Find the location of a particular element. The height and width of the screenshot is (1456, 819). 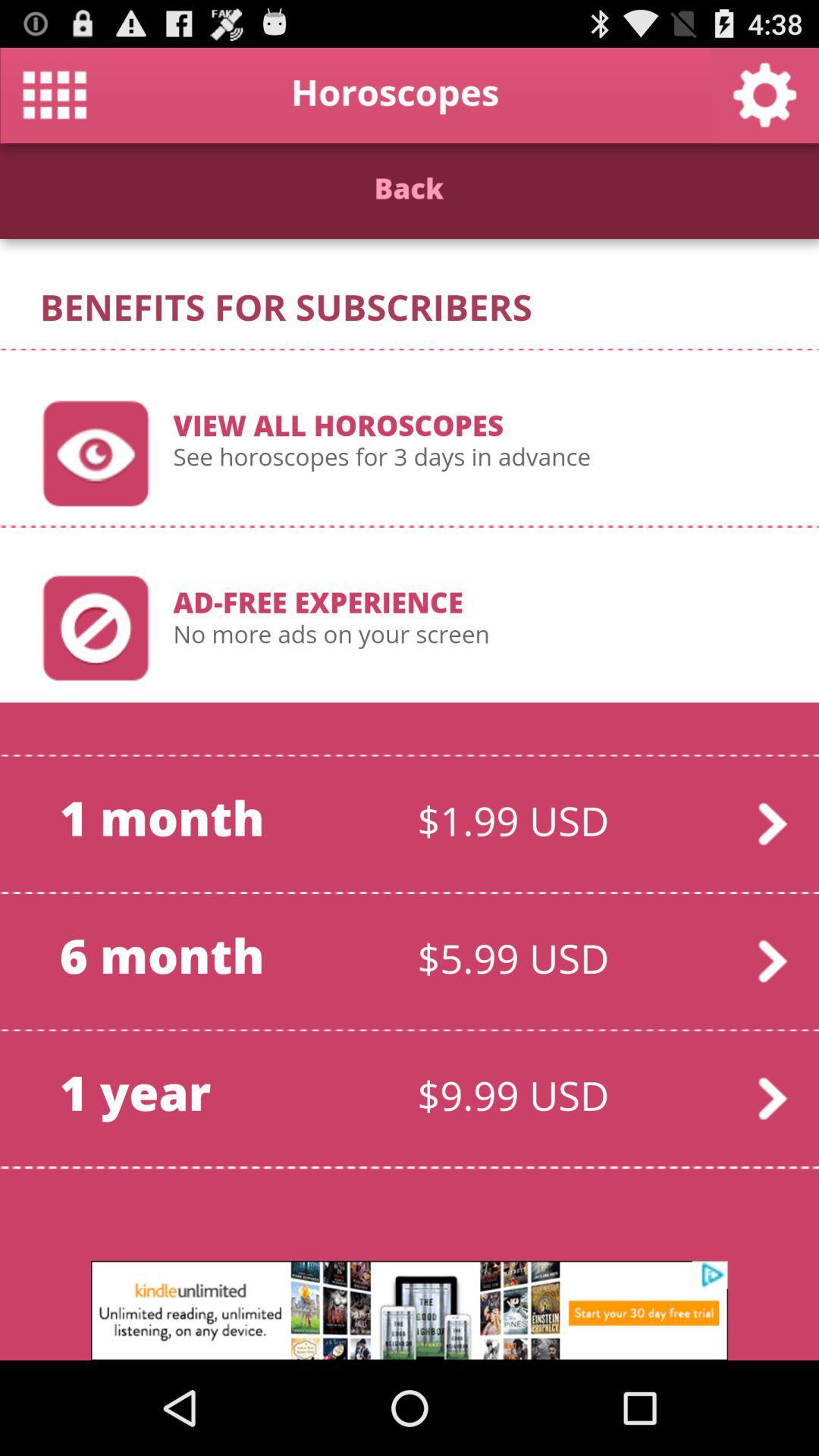

open advertisement is located at coordinates (409, 1310).